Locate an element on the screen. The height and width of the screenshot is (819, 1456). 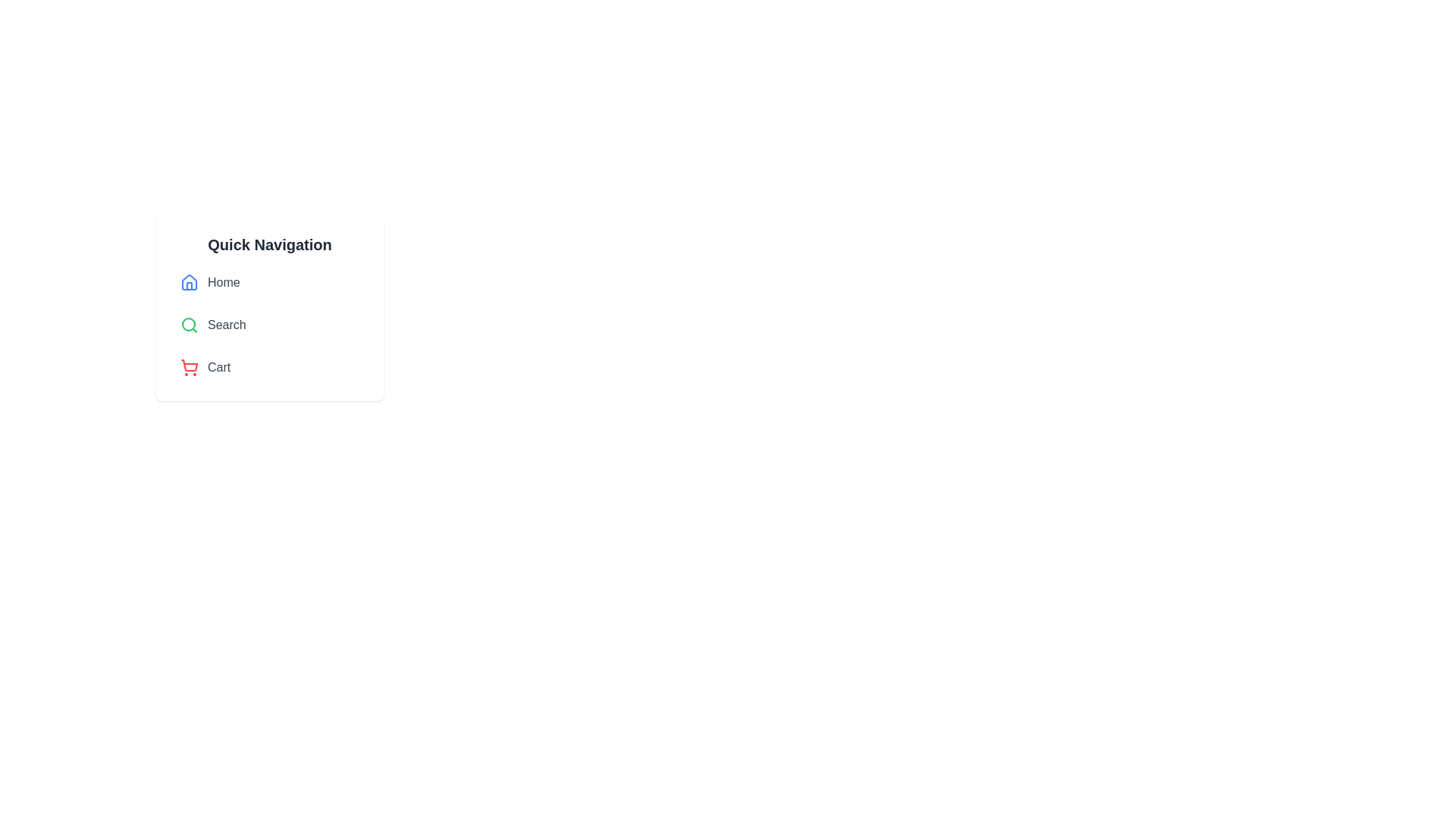
the house-like blue icon located to the left of the word 'Home' is located at coordinates (188, 283).